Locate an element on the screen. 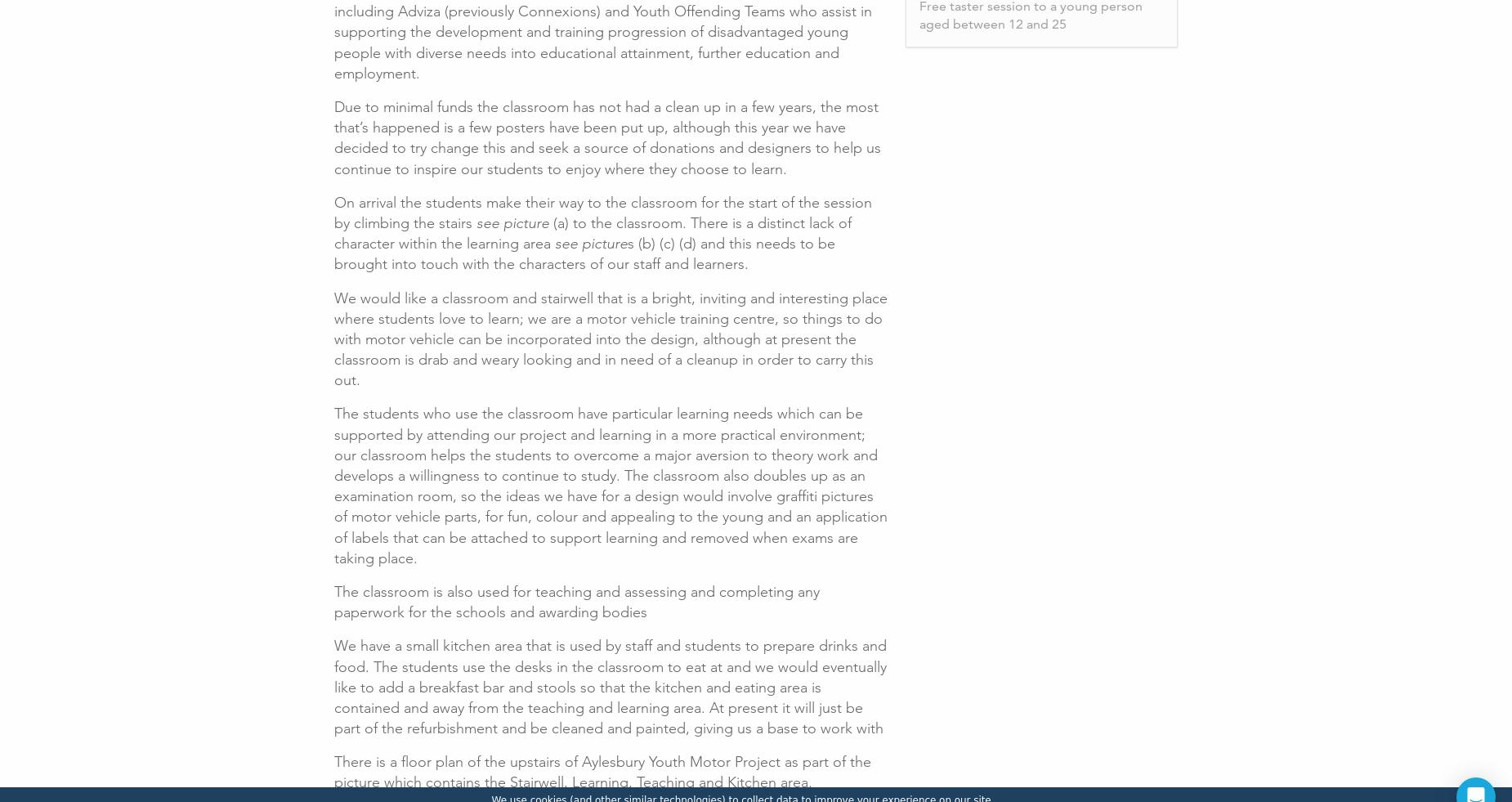  'The students who use the classroom have particular learning needs which can be supported by attending our project and learning in a more practical environment; our classroom helps the students to overcome a major aversion to theory work and develops a willingness to continue to study. The classroom also doubles up as an examination room, so the ideas we have for a design would involve graffiti pictures of motor vehicle parts, for fun, colour and appealing to the young and an application of labels that can be attached to support learning and removed when exams are taking place.' is located at coordinates (611, 485).